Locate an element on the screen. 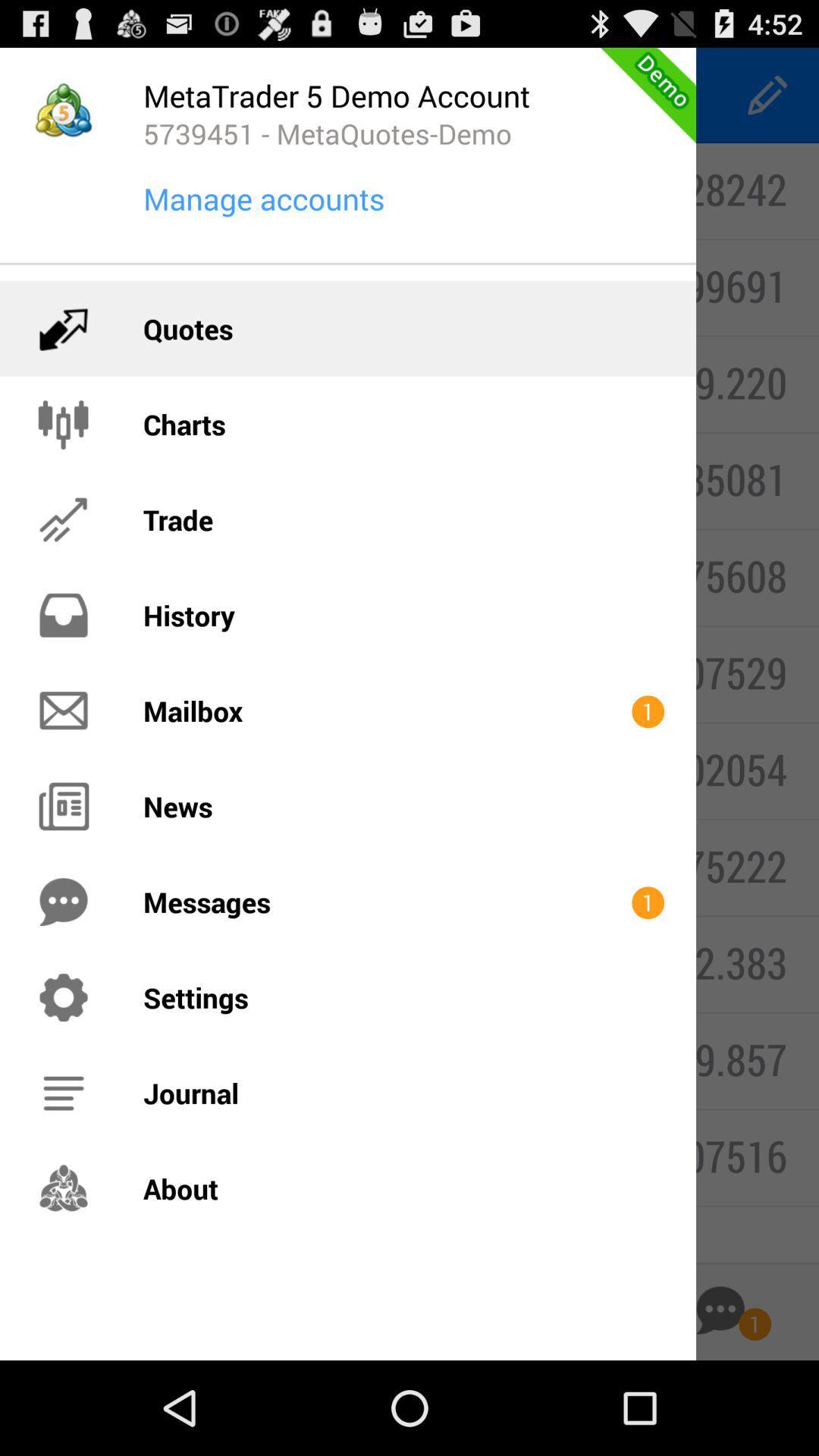  the chat icon is located at coordinates (720, 1401).